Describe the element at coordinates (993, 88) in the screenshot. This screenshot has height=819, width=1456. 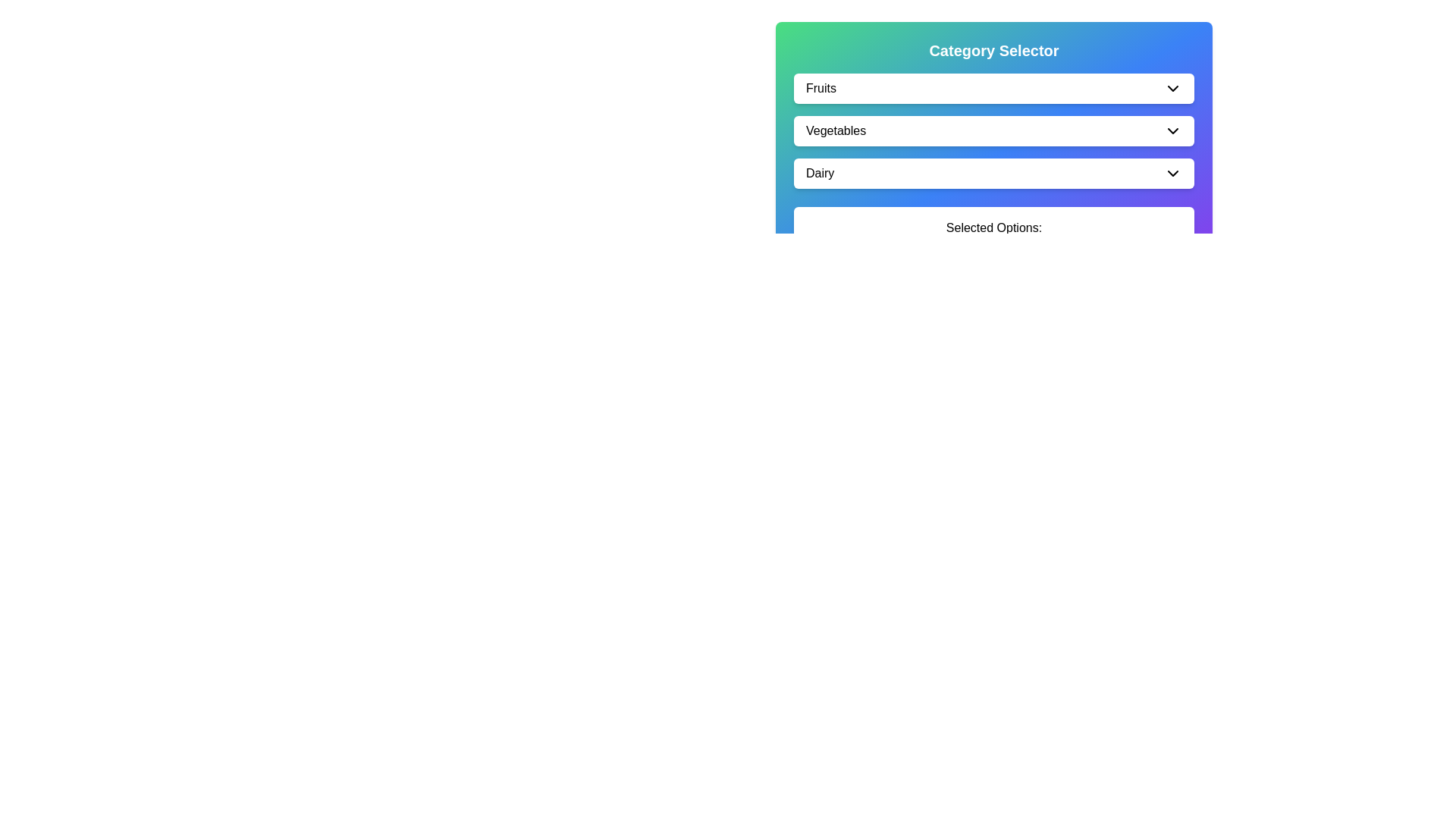
I see `the 'Fruits' dropdown menu` at that location.